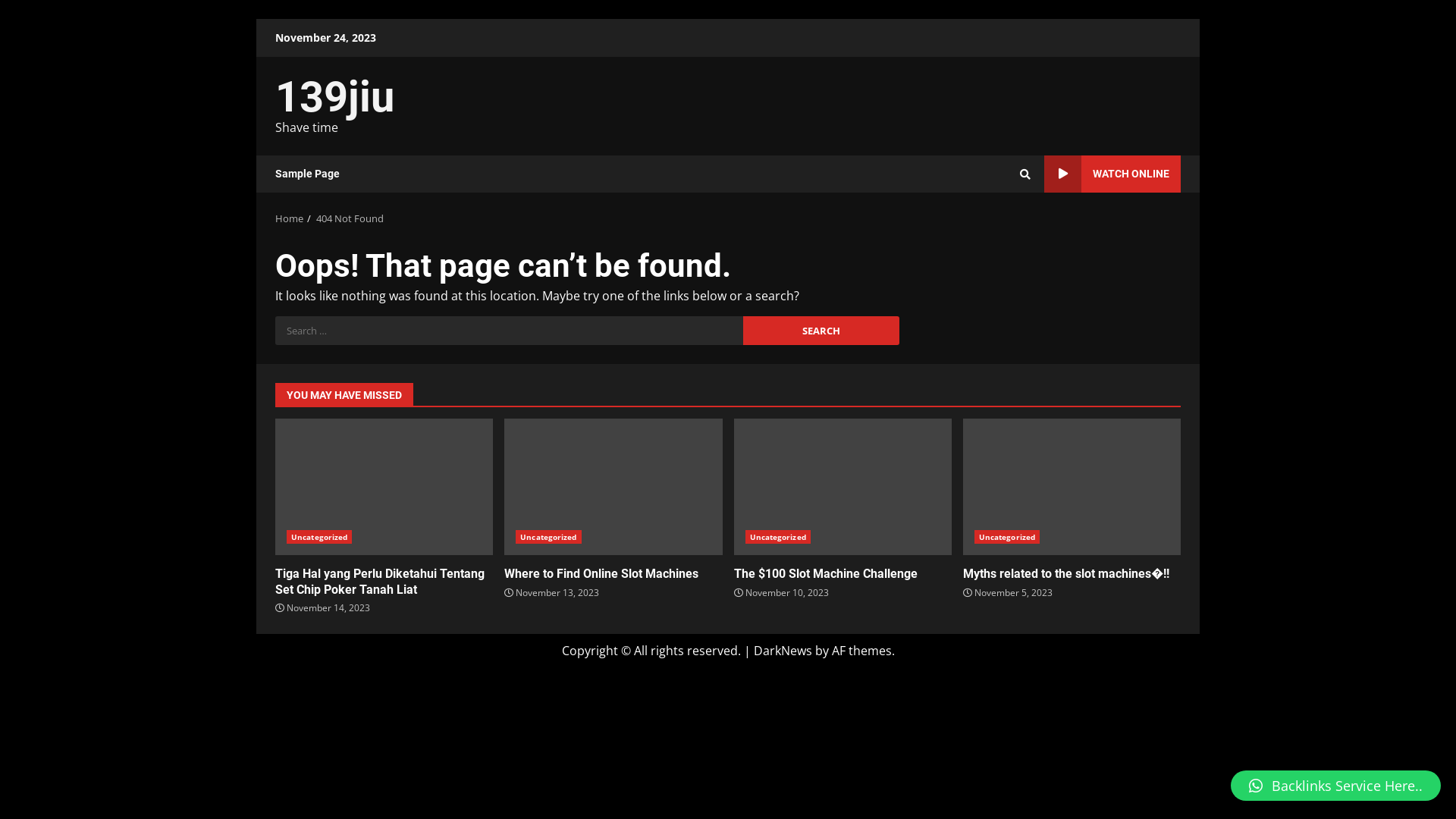 The image size is (1456, 819). I want to click on 'Uncategorized', so click(777, 536).